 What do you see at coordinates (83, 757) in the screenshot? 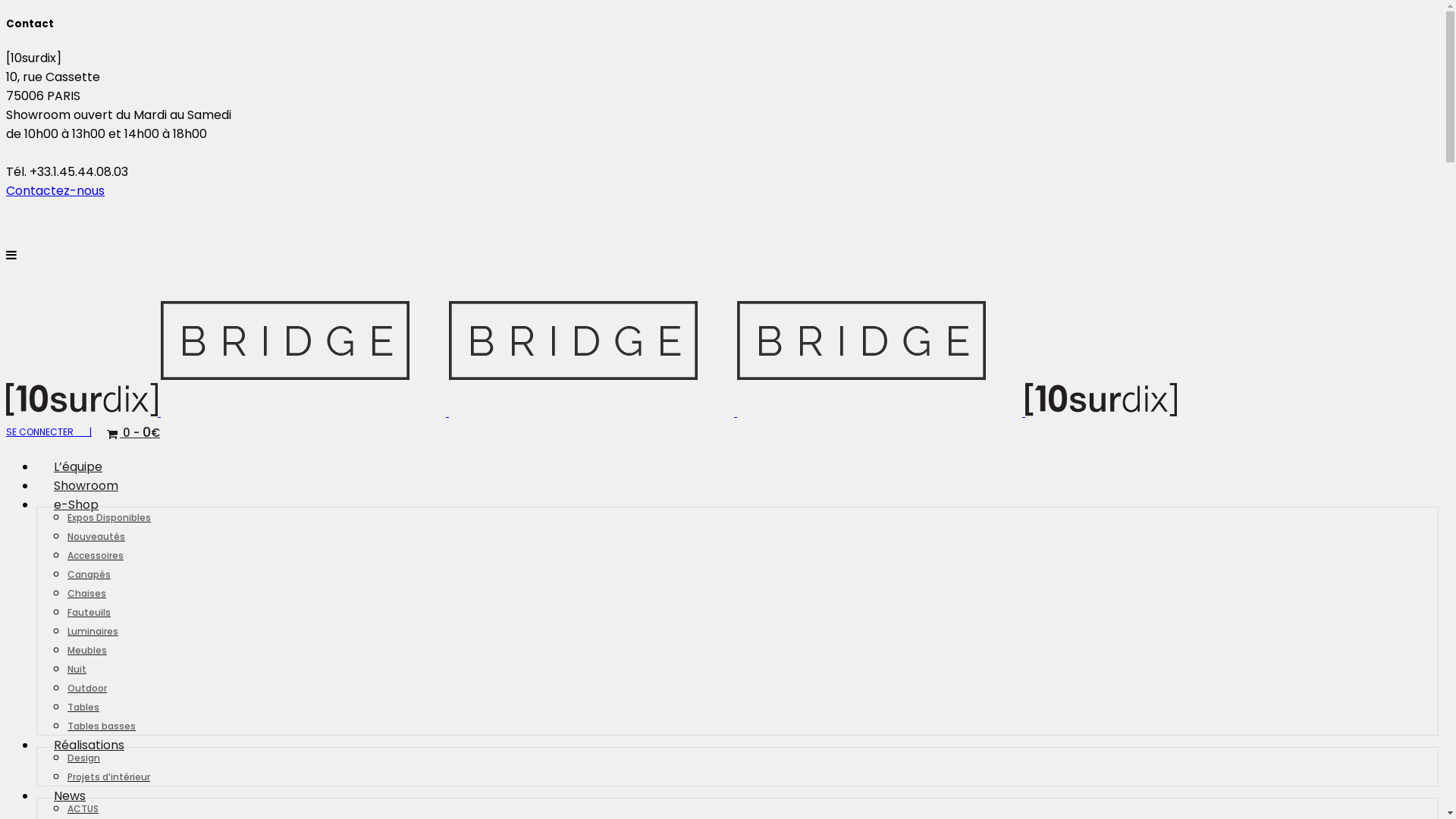
I see `'Design'` at bounding box center [83, 757].